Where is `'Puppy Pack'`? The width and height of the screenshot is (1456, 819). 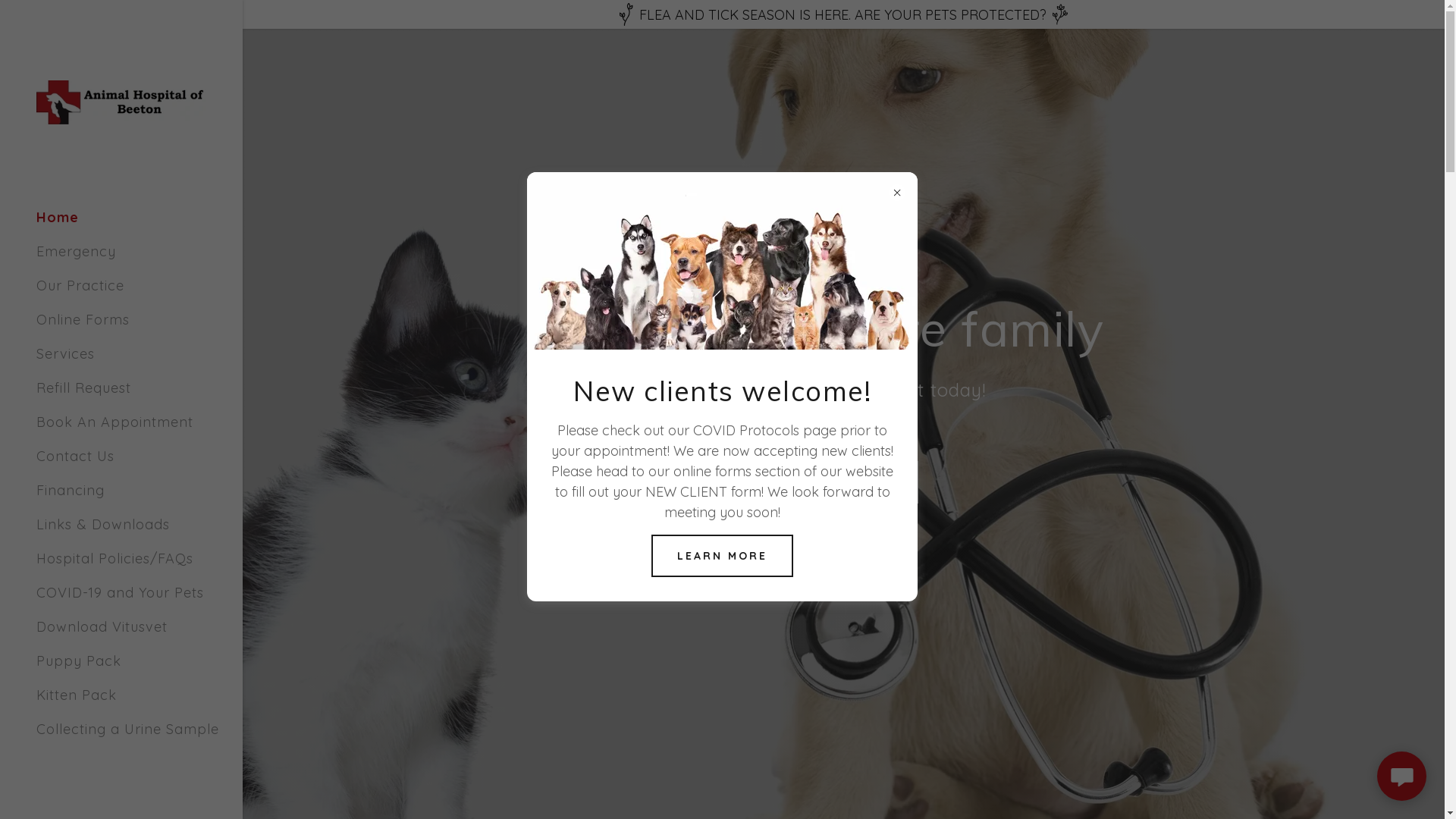 'Puppy Pack' is located at coordinates (36, 660).